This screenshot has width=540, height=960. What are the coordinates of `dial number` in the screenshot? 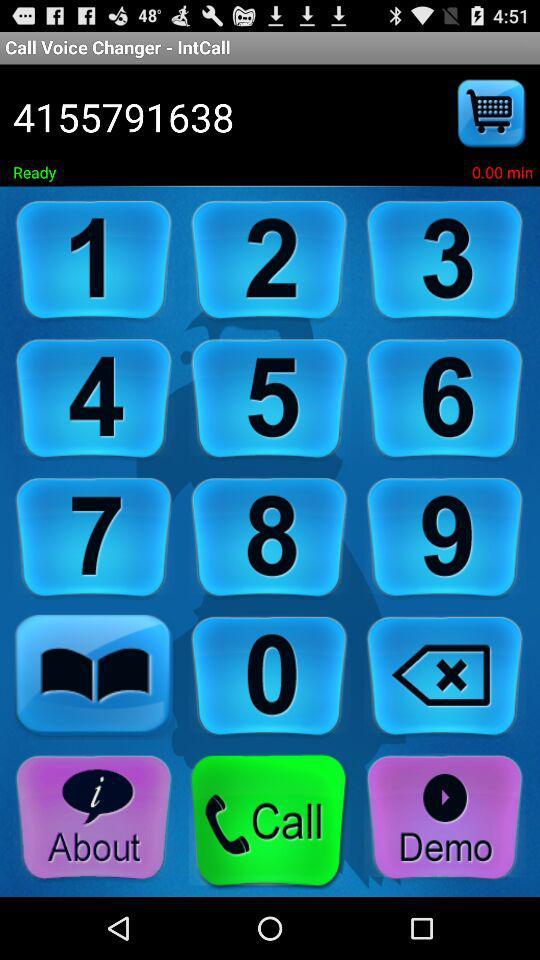 It's located at (269, 260).